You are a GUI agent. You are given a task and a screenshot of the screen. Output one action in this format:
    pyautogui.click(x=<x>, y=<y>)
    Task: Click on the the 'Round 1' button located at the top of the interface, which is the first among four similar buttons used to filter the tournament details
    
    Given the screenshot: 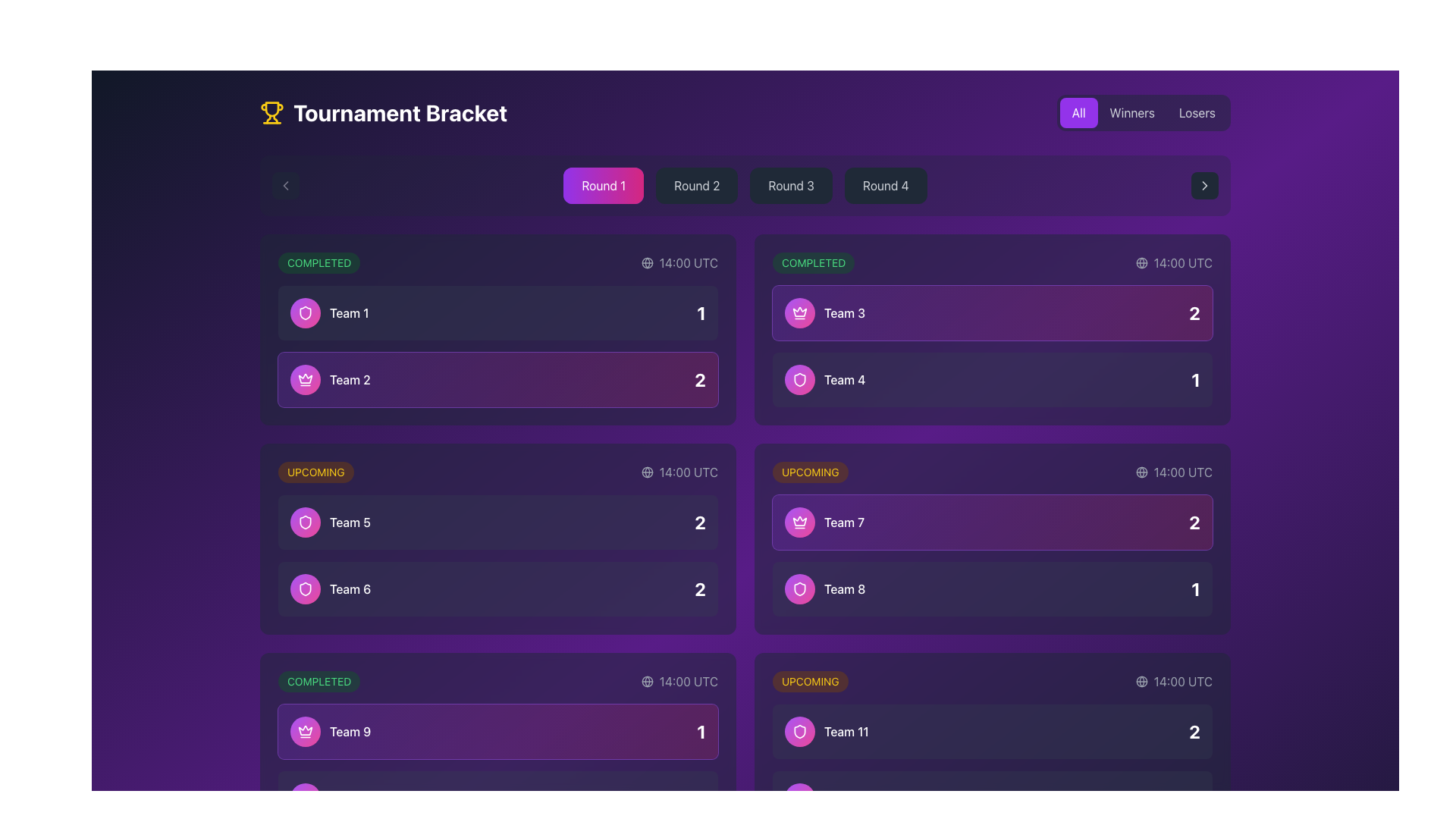 What is the action you would take?
    pyautogui.click(x=603, y=185)
    